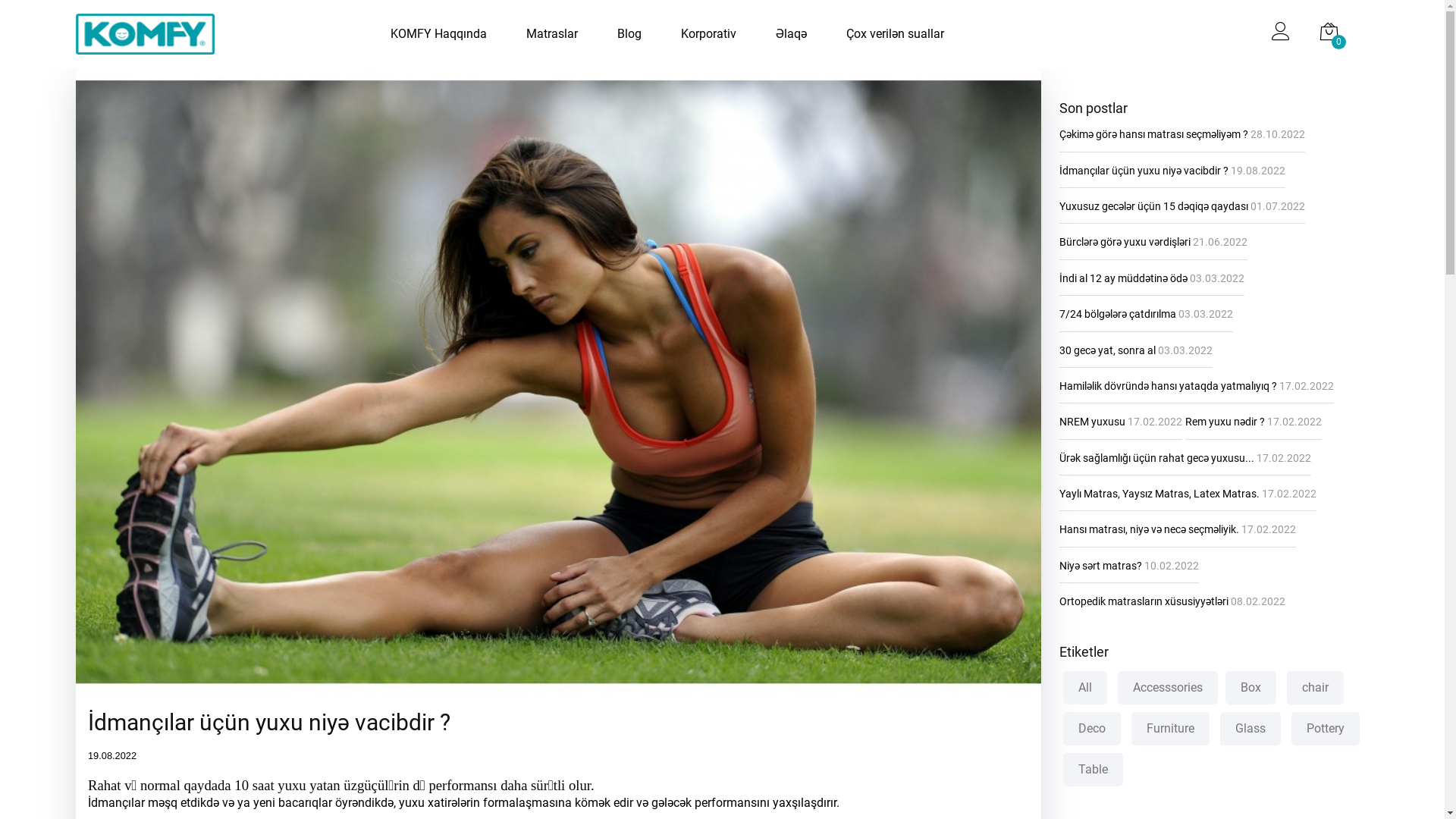 This screenshot has width=1456, height=819. Describe the element at coordinates (1169, 727) in the screenshot. I see `'Furniture'` at that location.